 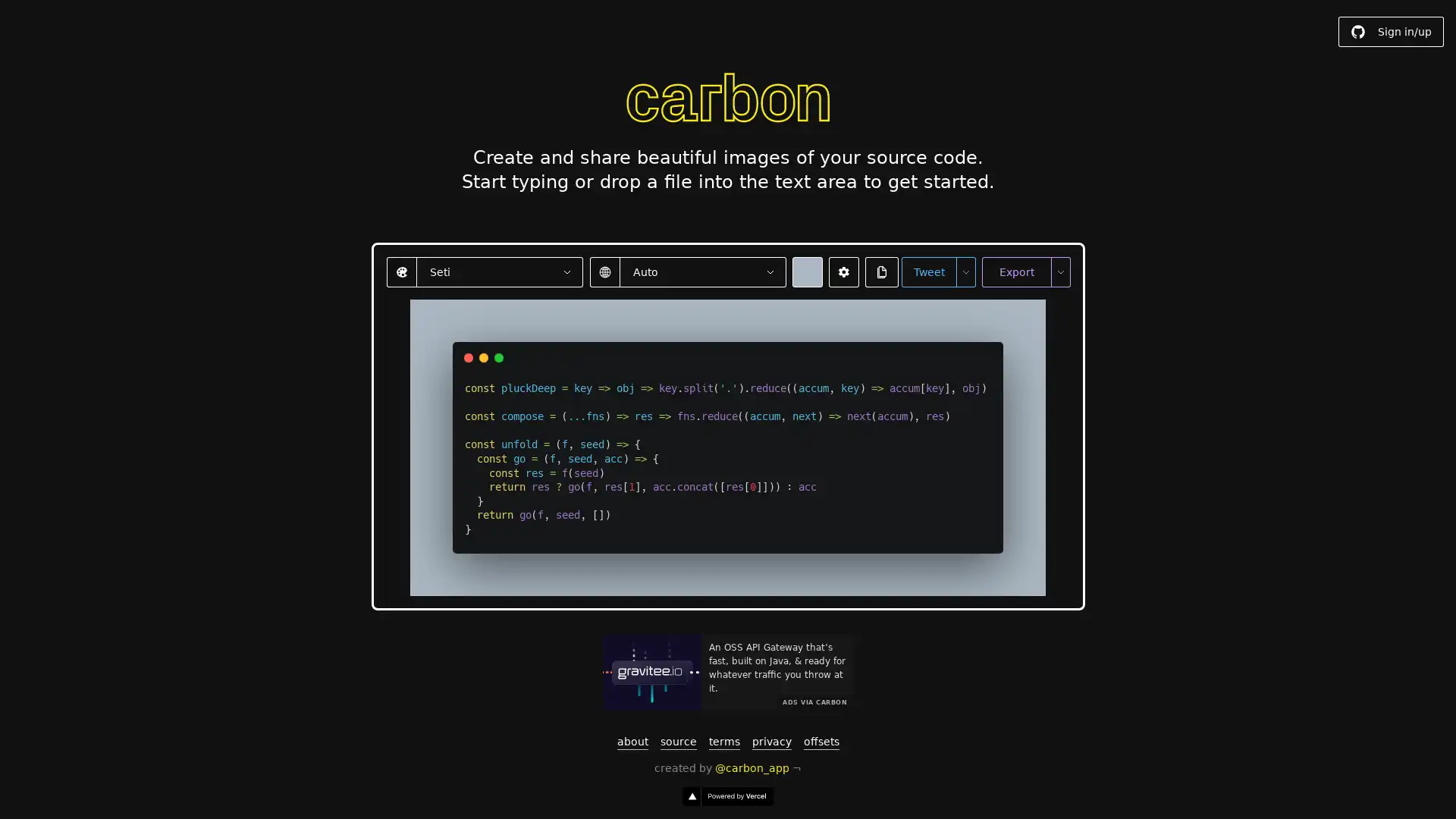 What do you see at coordinates (1059, 271) in the screenshot?
I see `Export menu dropdown` at bounding box center [1059, 271].